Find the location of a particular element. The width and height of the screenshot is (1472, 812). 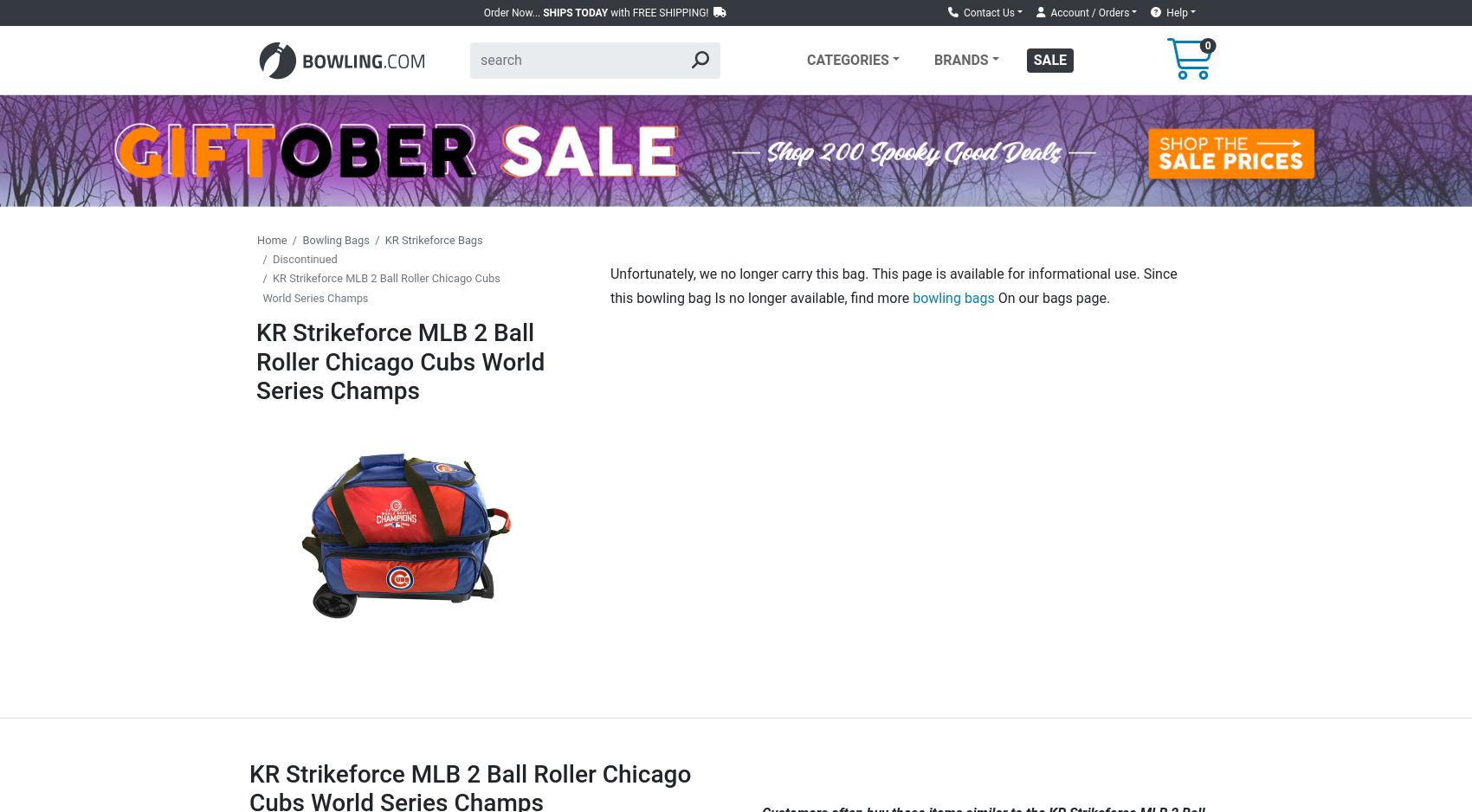

'CATEGORIES' is located at coordinates (806, 59).